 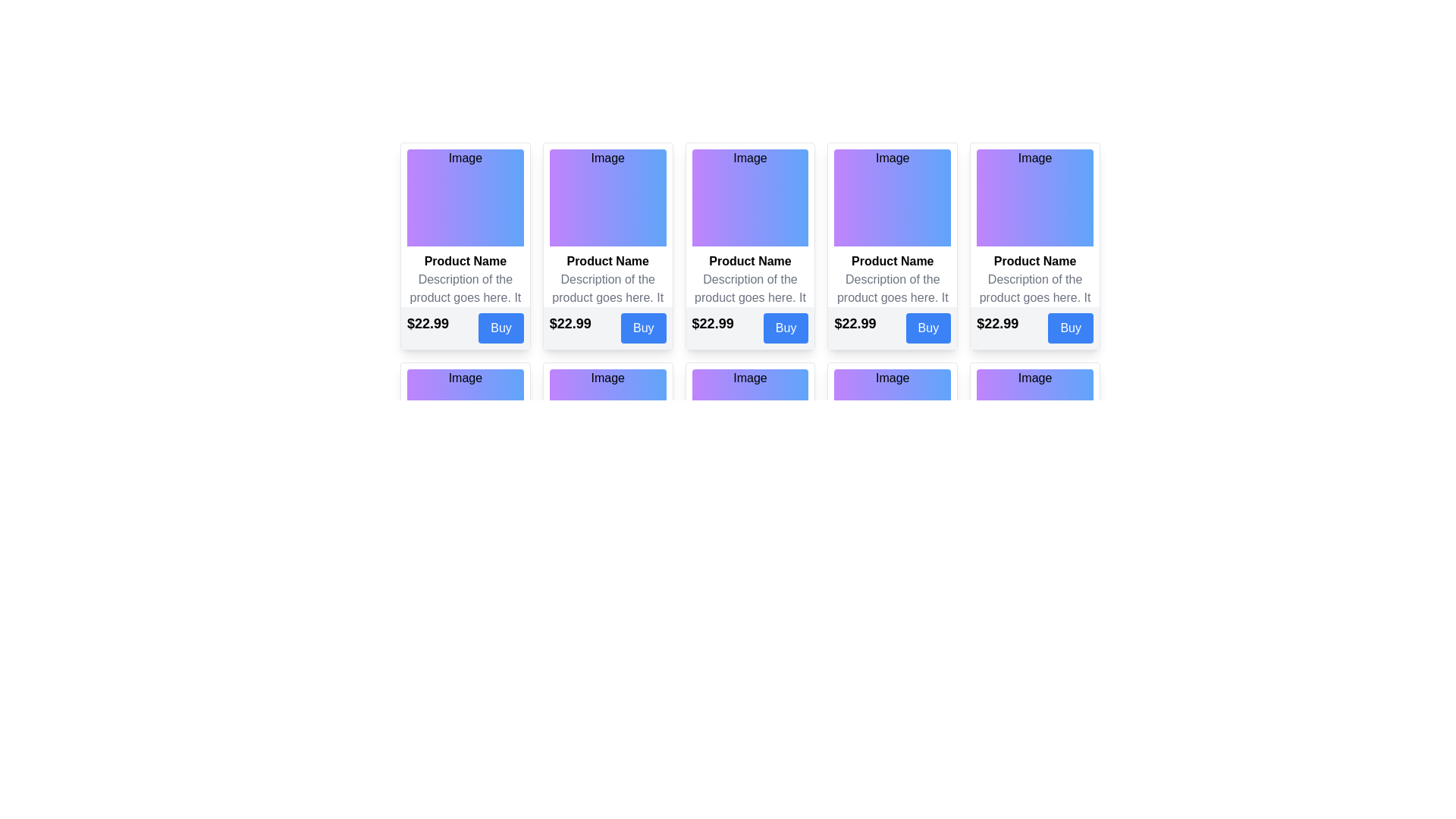 What do you see at coordinates (607, 197) in the screenshot?
I see `decorative image placeholder at the top of the card component that represents the product, located centrally among similar cards` at bounding box center [607, 197].